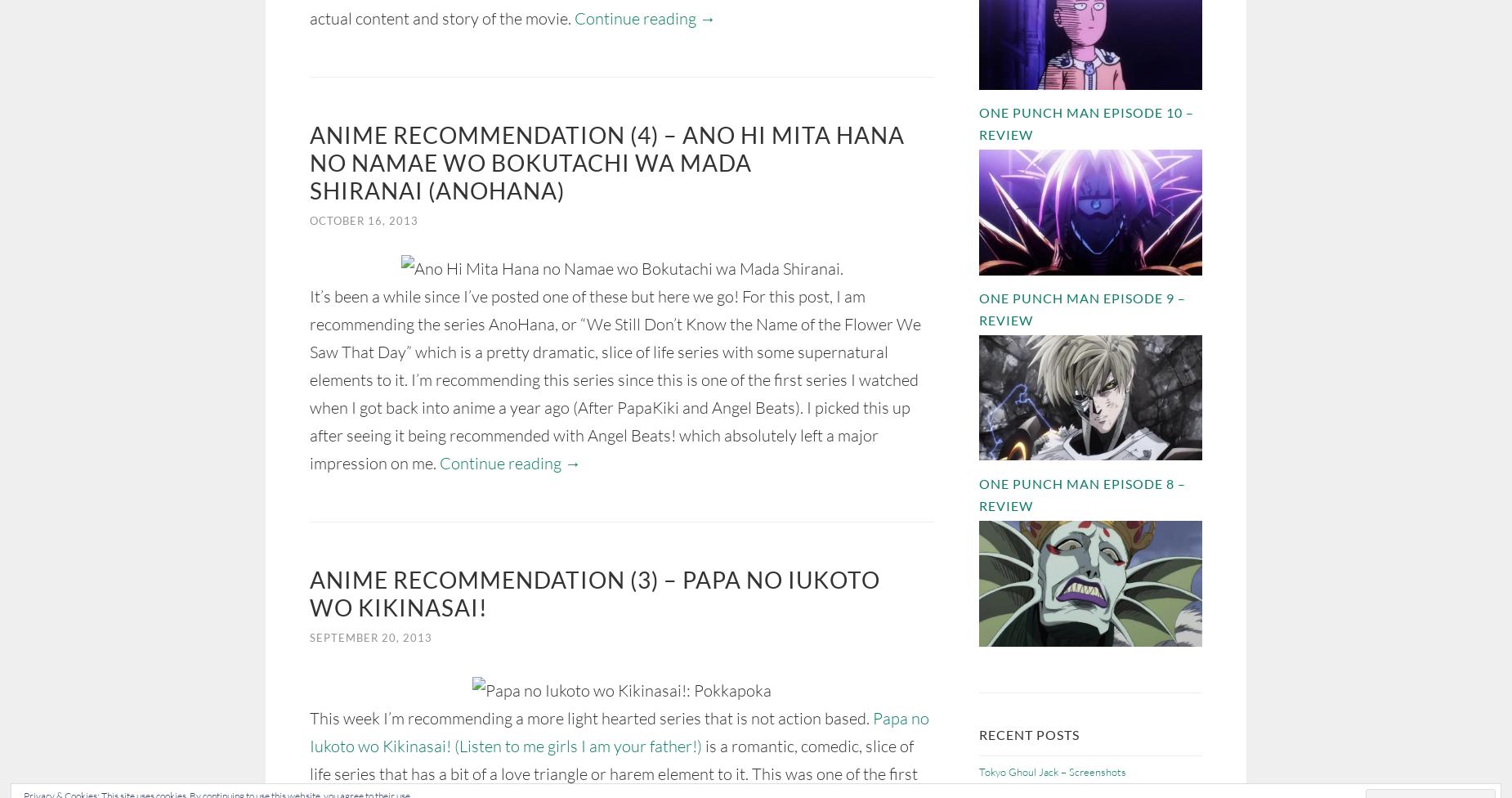  I want to click on 'One Punch Man Episode 10 – Review', so click(978, 122).